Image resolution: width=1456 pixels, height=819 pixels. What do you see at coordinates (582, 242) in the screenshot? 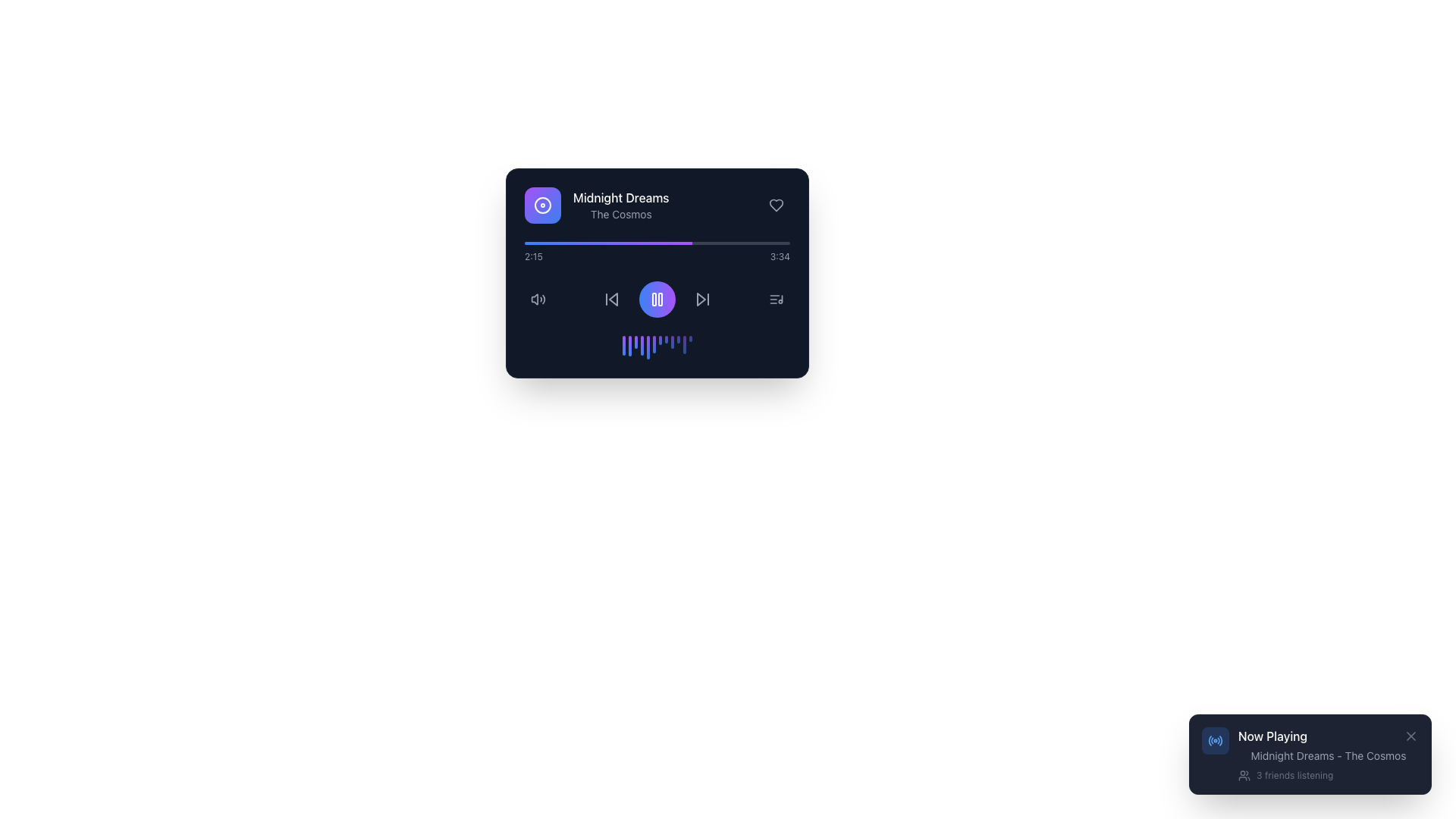
I see `playback time` at bounding box center [582, 242].